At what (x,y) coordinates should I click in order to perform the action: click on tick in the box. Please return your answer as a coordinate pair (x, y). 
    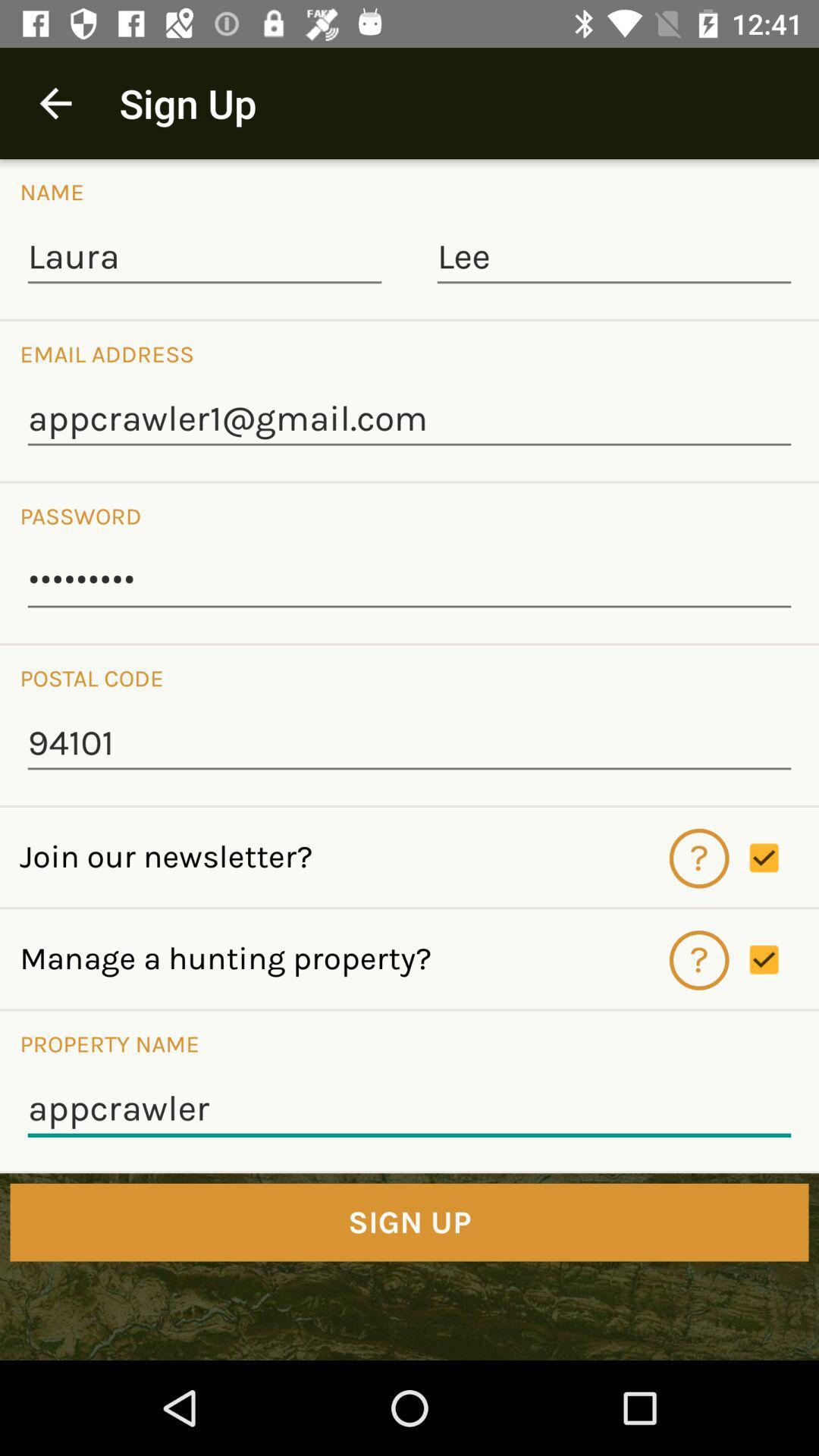
    Looking at the image, I should click on (783, 959).